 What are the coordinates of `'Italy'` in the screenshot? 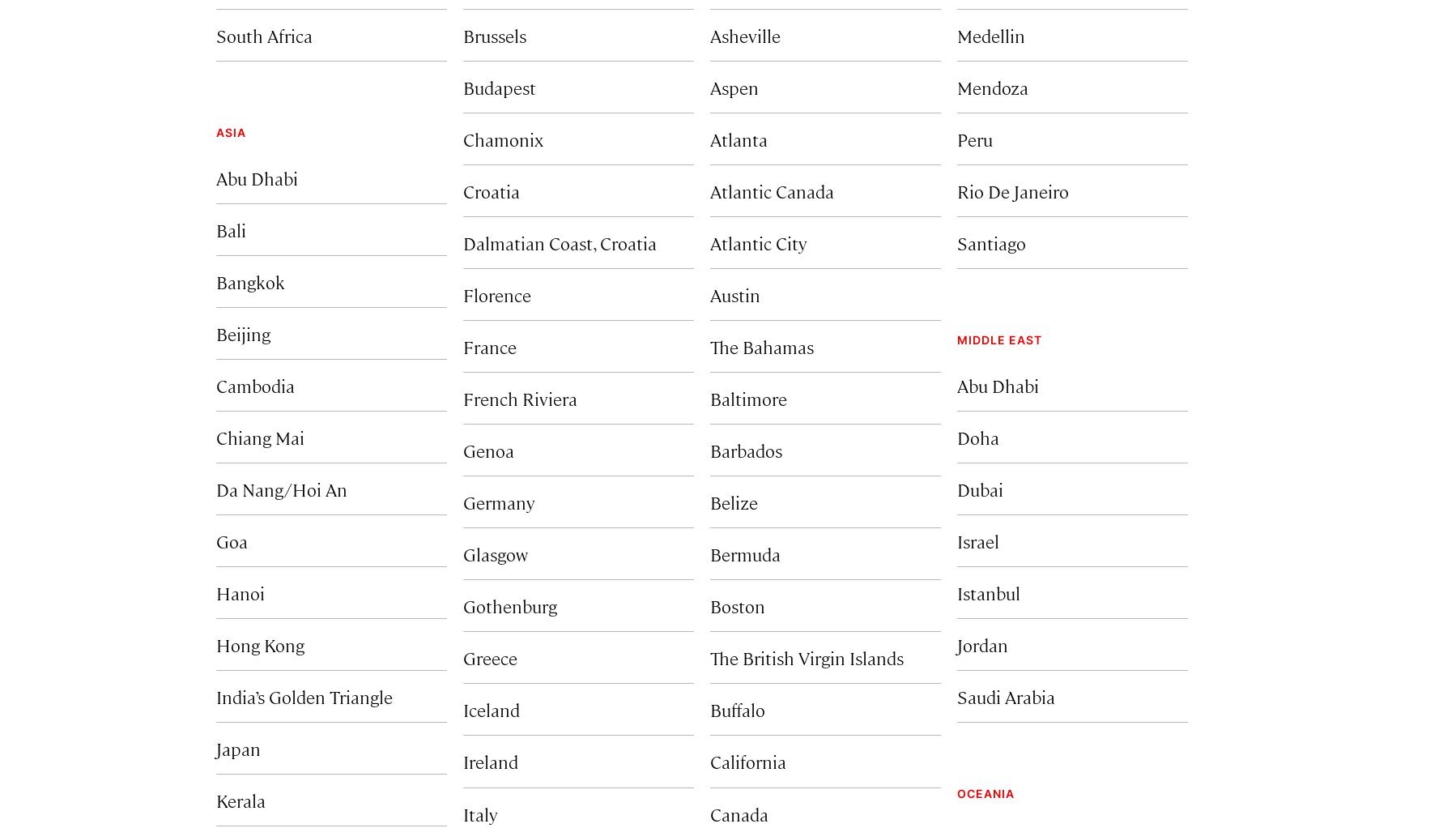 It's located at (480, 813).